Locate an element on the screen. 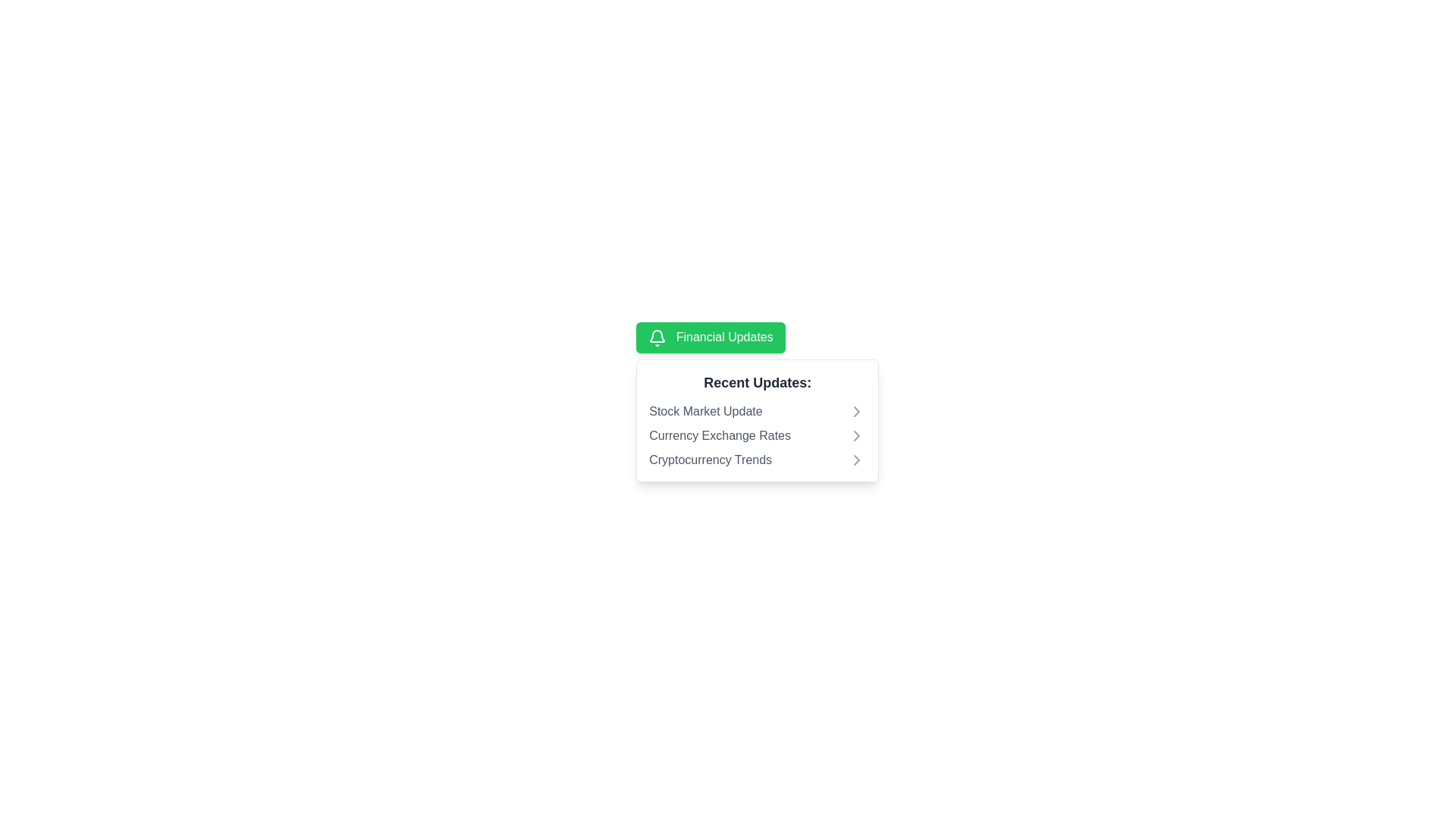 The height and width of the screenshot is (819, 1456). the 'Currency Exchange Rates' row item with a navigation arrow in the list of recent updates is located at coordinates (758, 435).